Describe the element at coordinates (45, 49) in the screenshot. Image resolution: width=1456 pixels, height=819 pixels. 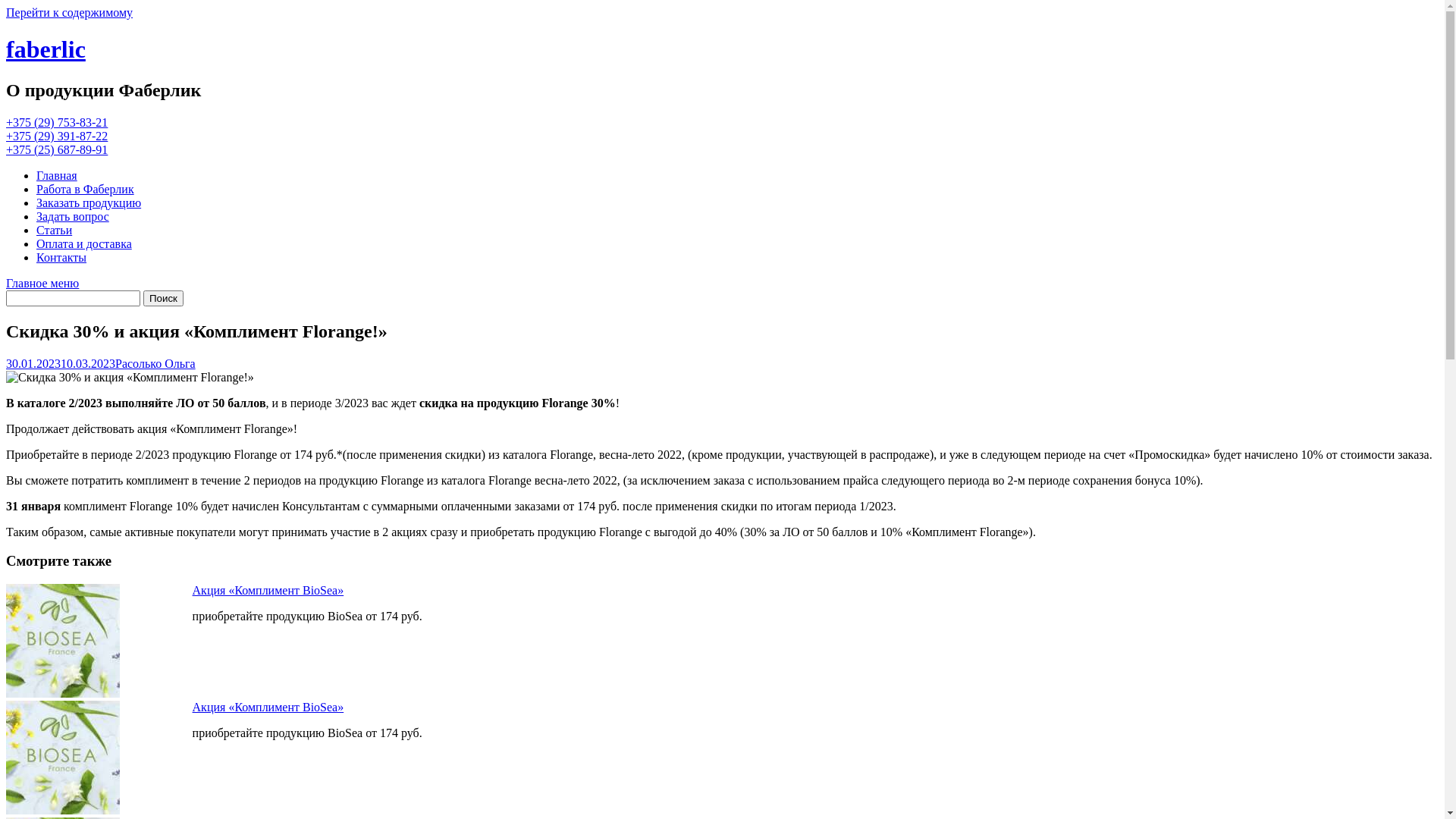
I see `'faberlic'` at that location.